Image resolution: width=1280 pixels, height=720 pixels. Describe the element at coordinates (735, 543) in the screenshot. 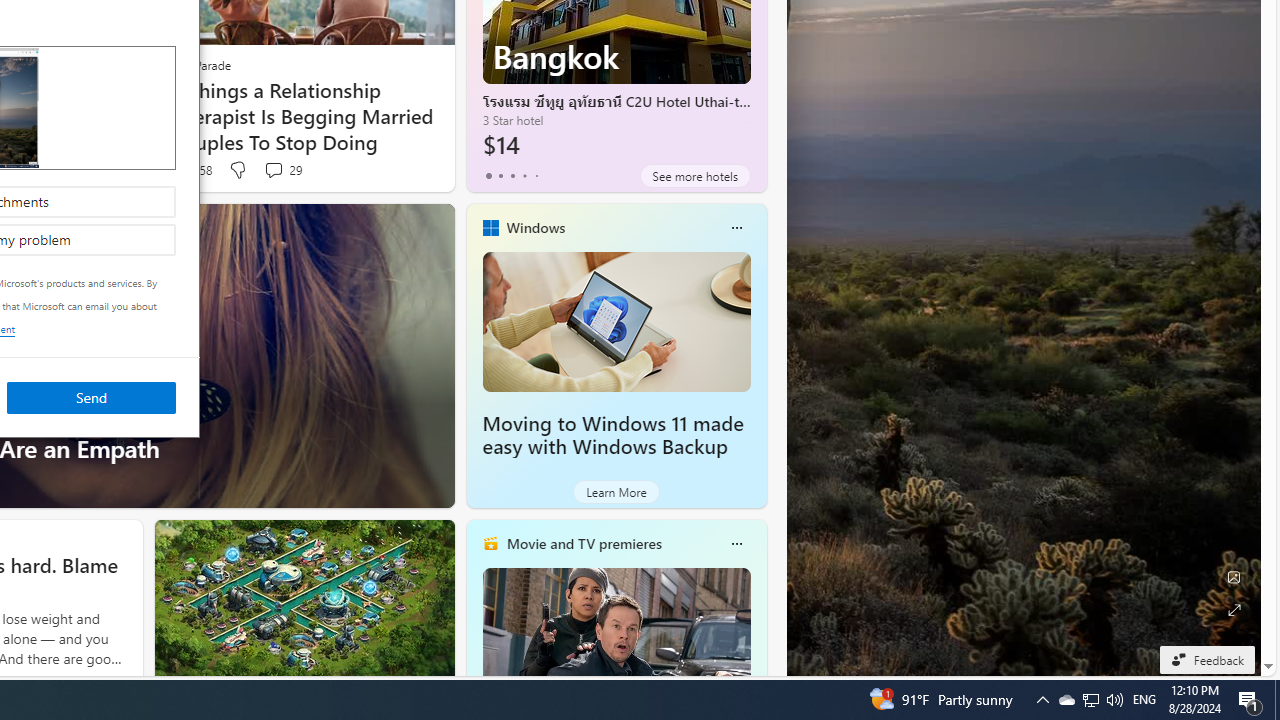

I see `'Class: icon-img'` at that location.